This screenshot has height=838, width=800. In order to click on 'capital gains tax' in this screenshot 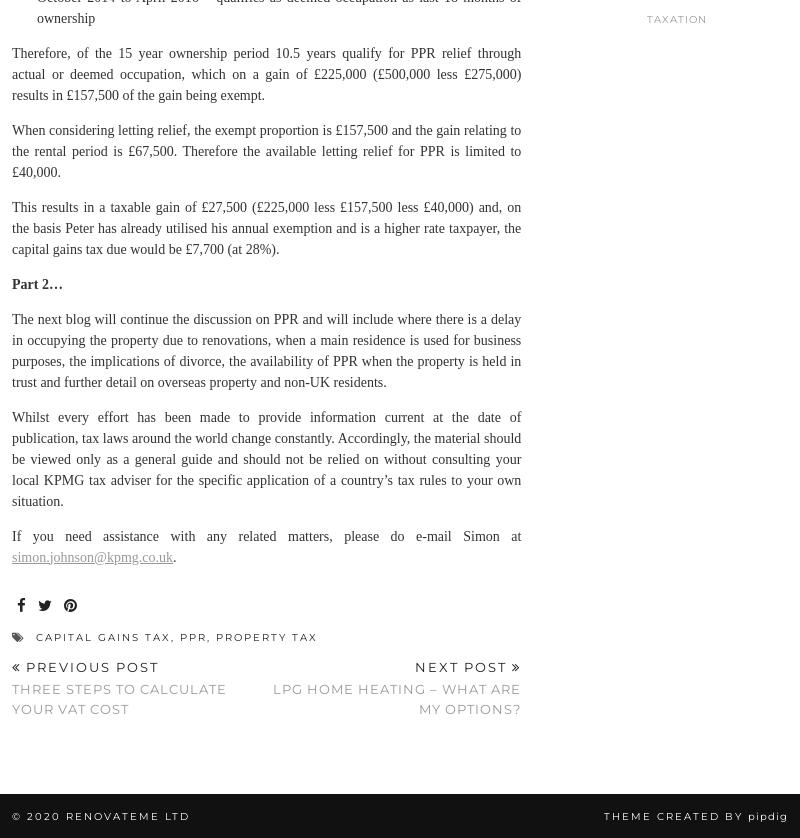, I will do `click(35, 635)`.